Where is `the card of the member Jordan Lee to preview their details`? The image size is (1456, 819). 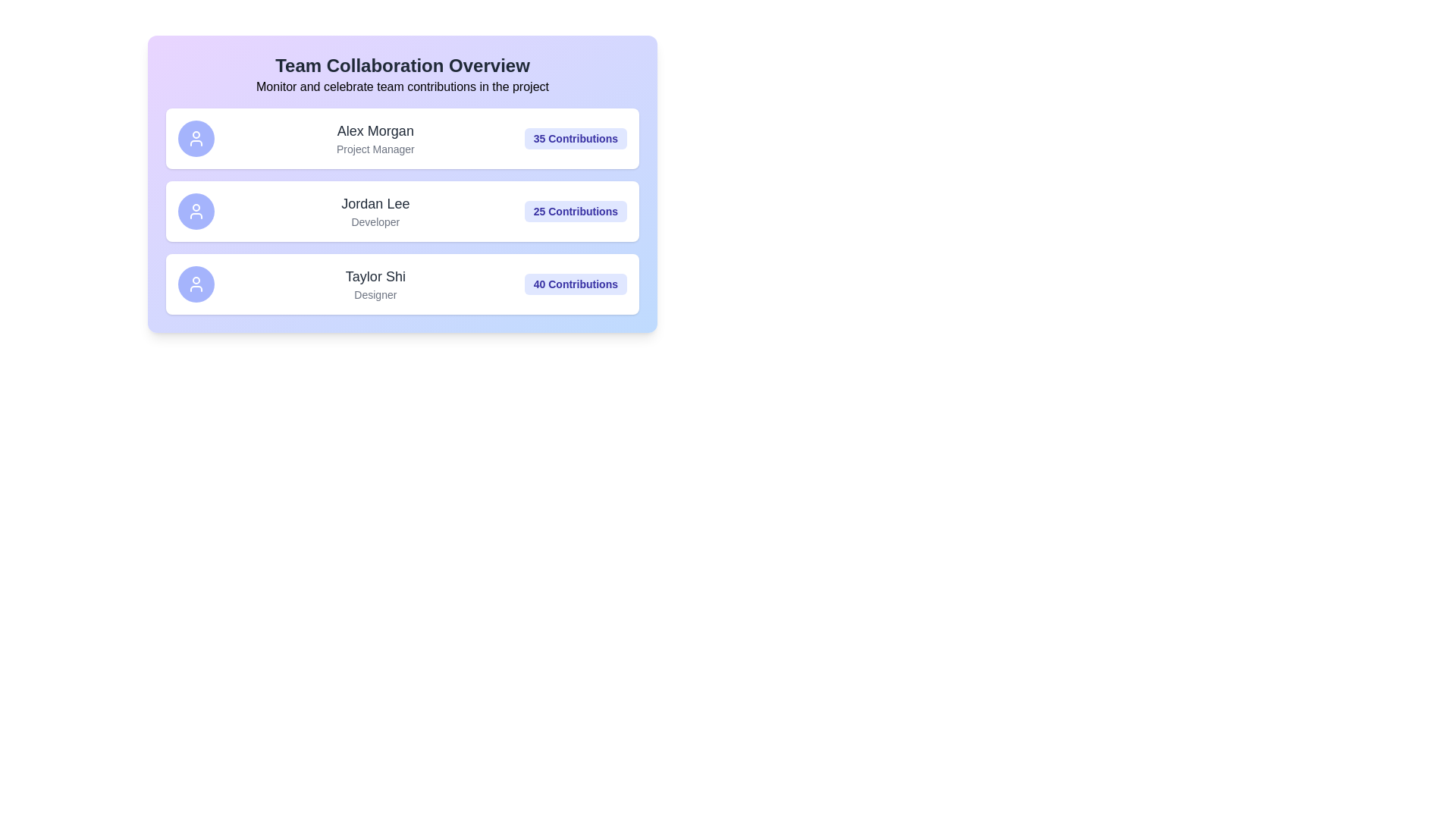 the card of the member Jordan Lee to preview their details is located at coordinates (403, 211).